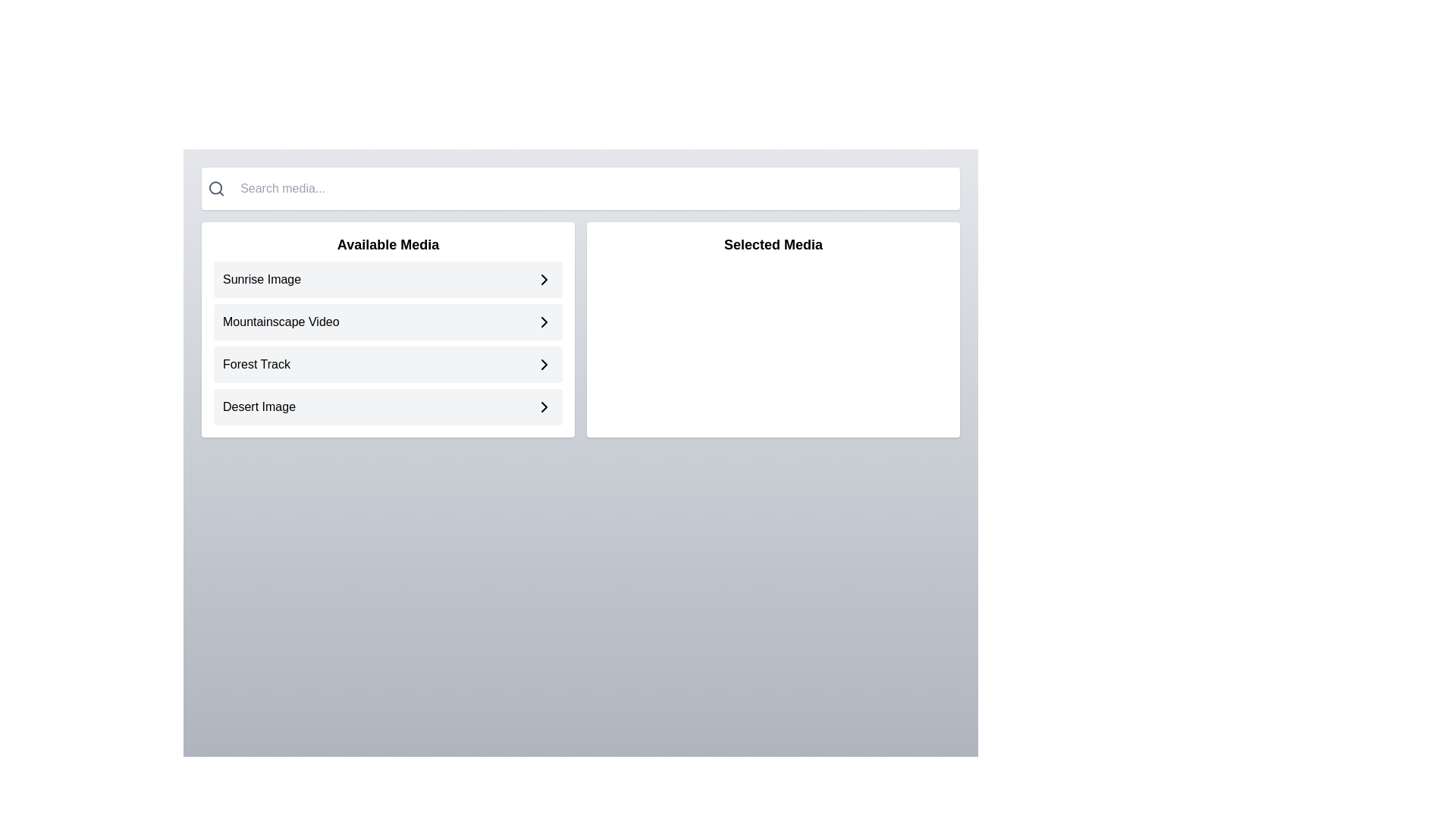 The height and width of the screenshot is (819, 1456). Describe the element at coordinates (544, 321) in the screenshot. I see `the right arrow chevron icon located in the 'Available Media' column beside the 'Mountainscape Video' row` at that location.